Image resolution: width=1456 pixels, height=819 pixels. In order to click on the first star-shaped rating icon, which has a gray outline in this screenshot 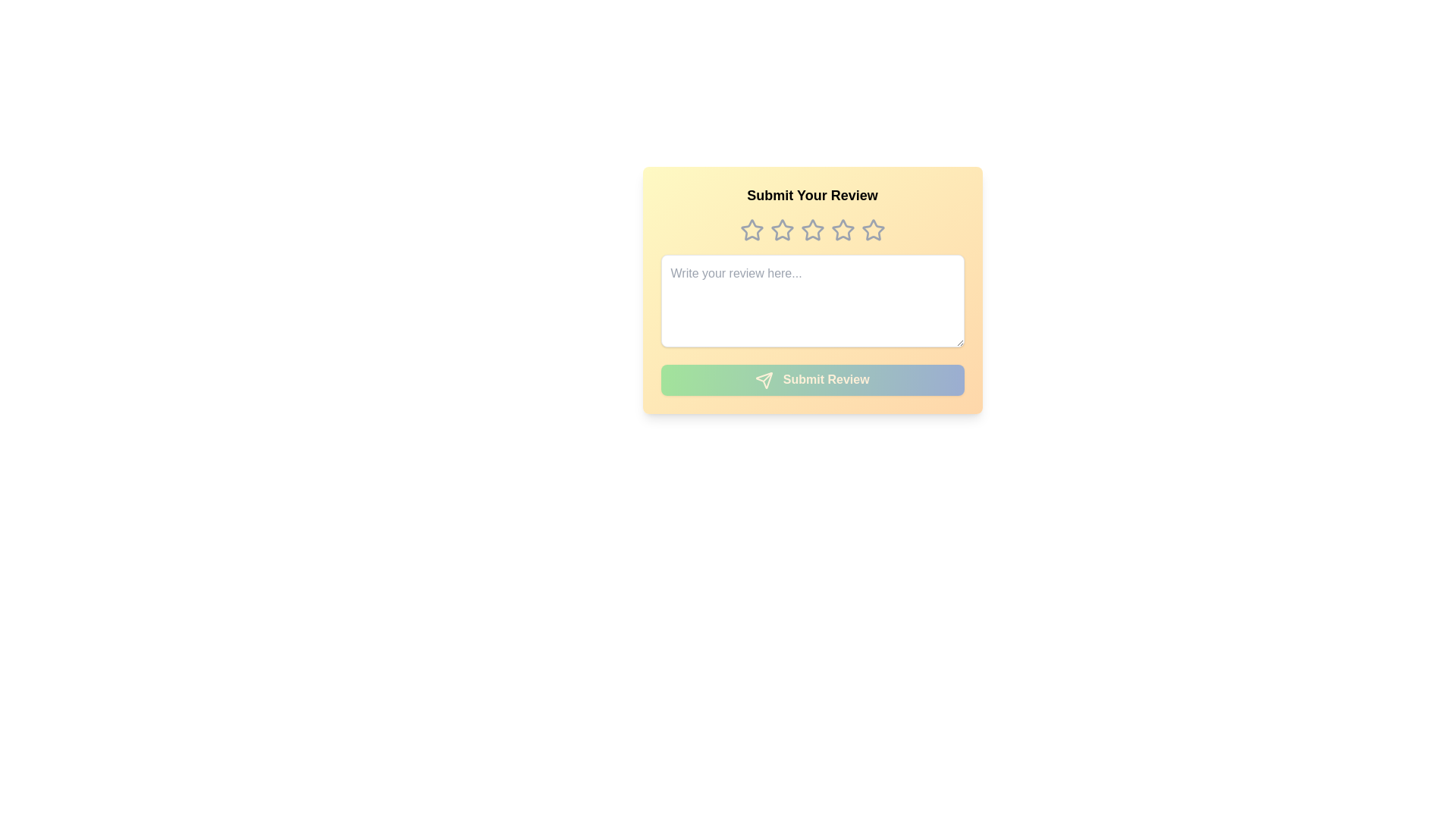, I will do `click(751, 230)`.